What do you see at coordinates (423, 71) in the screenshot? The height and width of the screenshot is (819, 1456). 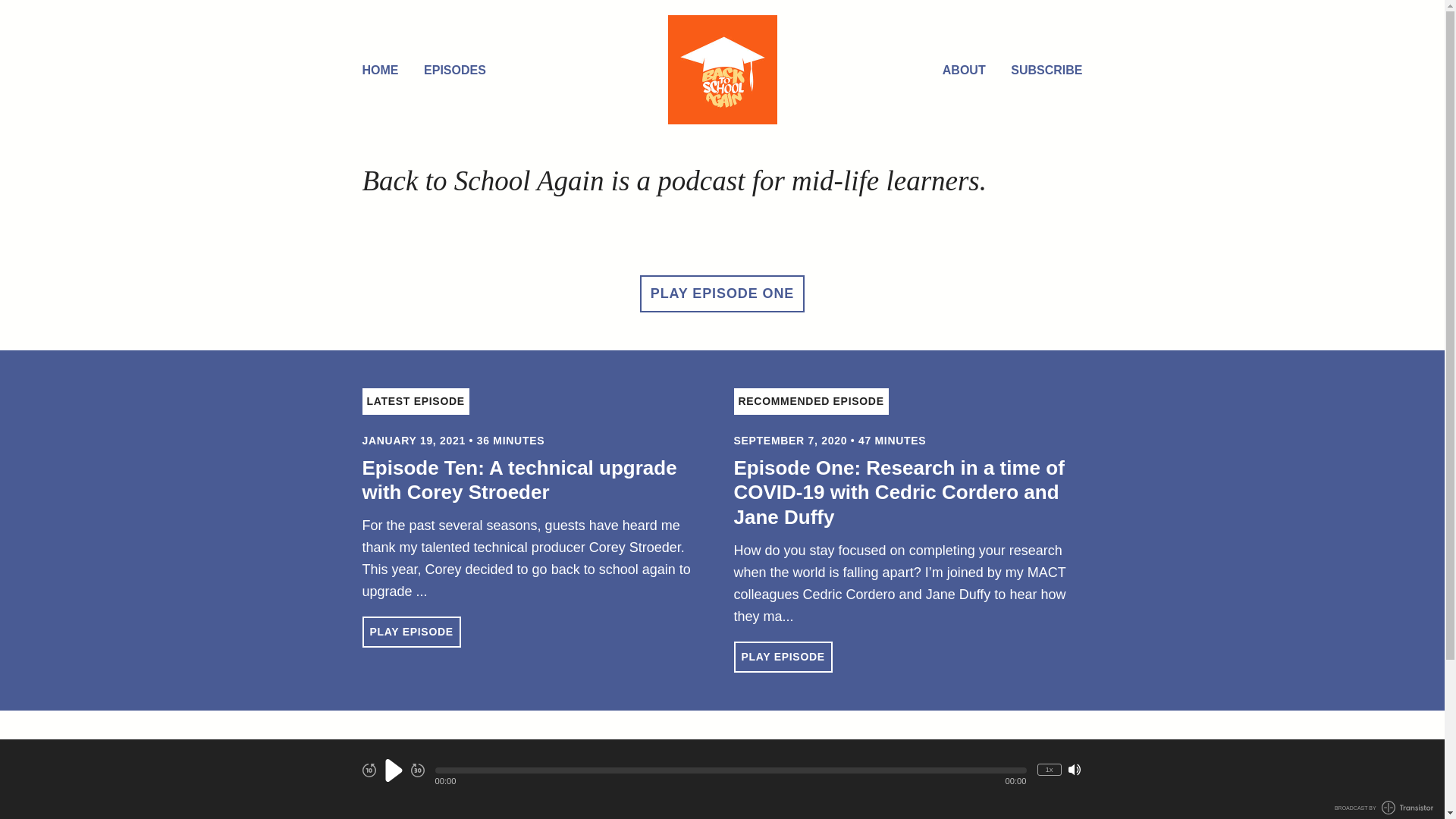 I see `'EPISODES'` at bounding box center [423, 71].